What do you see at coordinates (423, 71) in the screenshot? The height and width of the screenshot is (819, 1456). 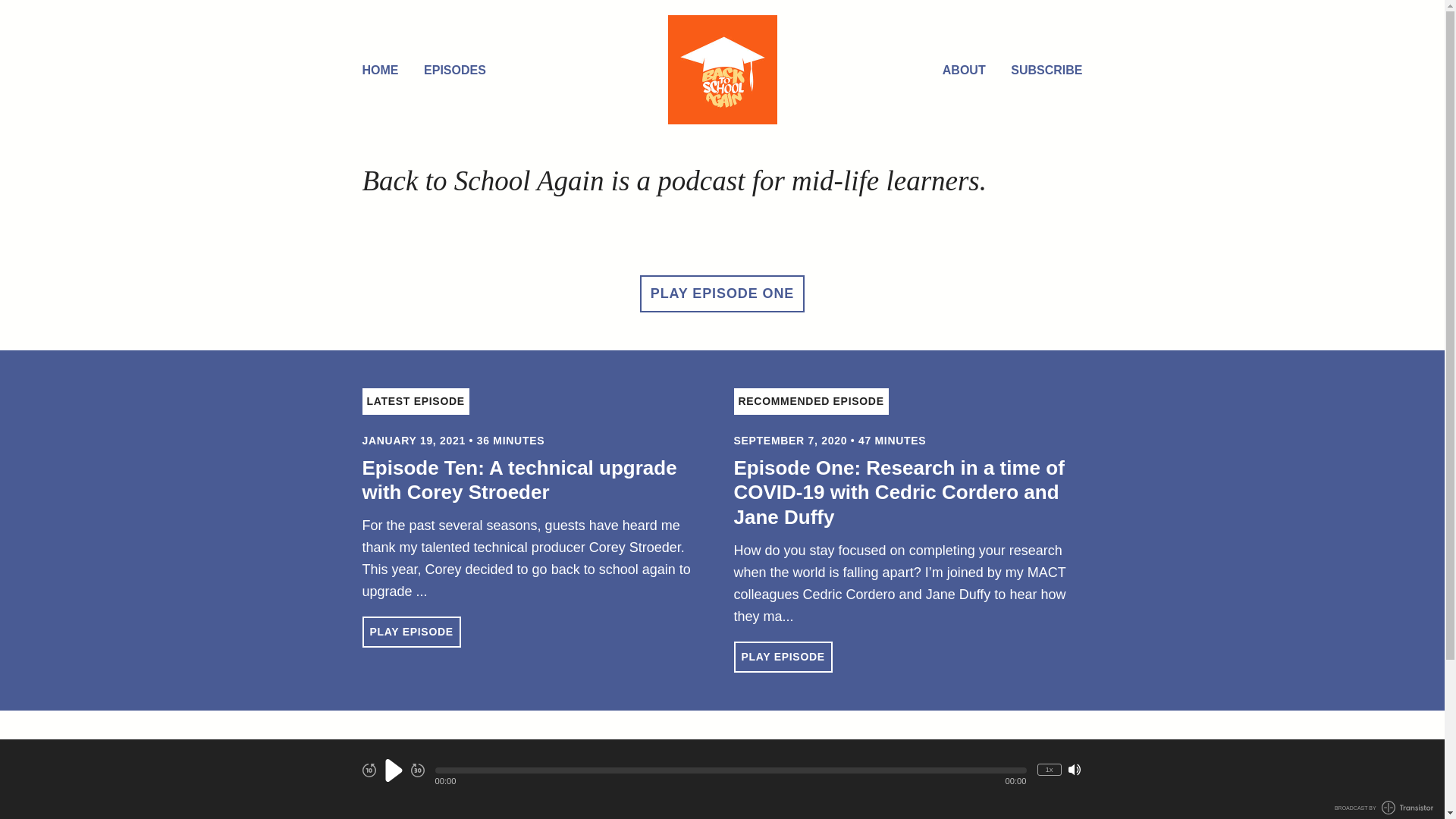 I see `'EPISODES'` at bounding box center [423, 71].